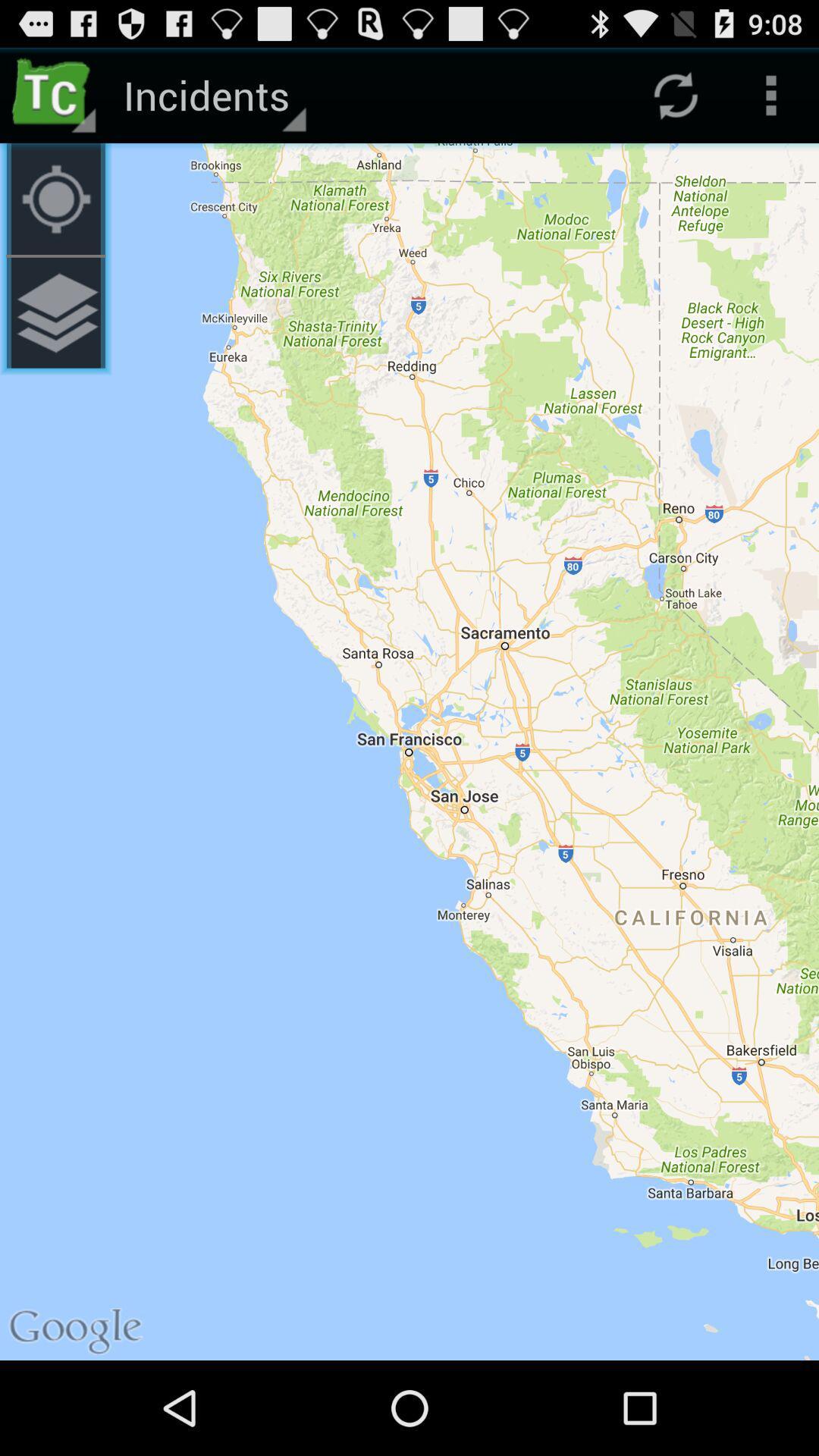 The width and height of the screenshot is (819, 1456). Describe the element at coordinates (55, 94) in the screenshot. I see `the item to the left of the incidents app` at that location.